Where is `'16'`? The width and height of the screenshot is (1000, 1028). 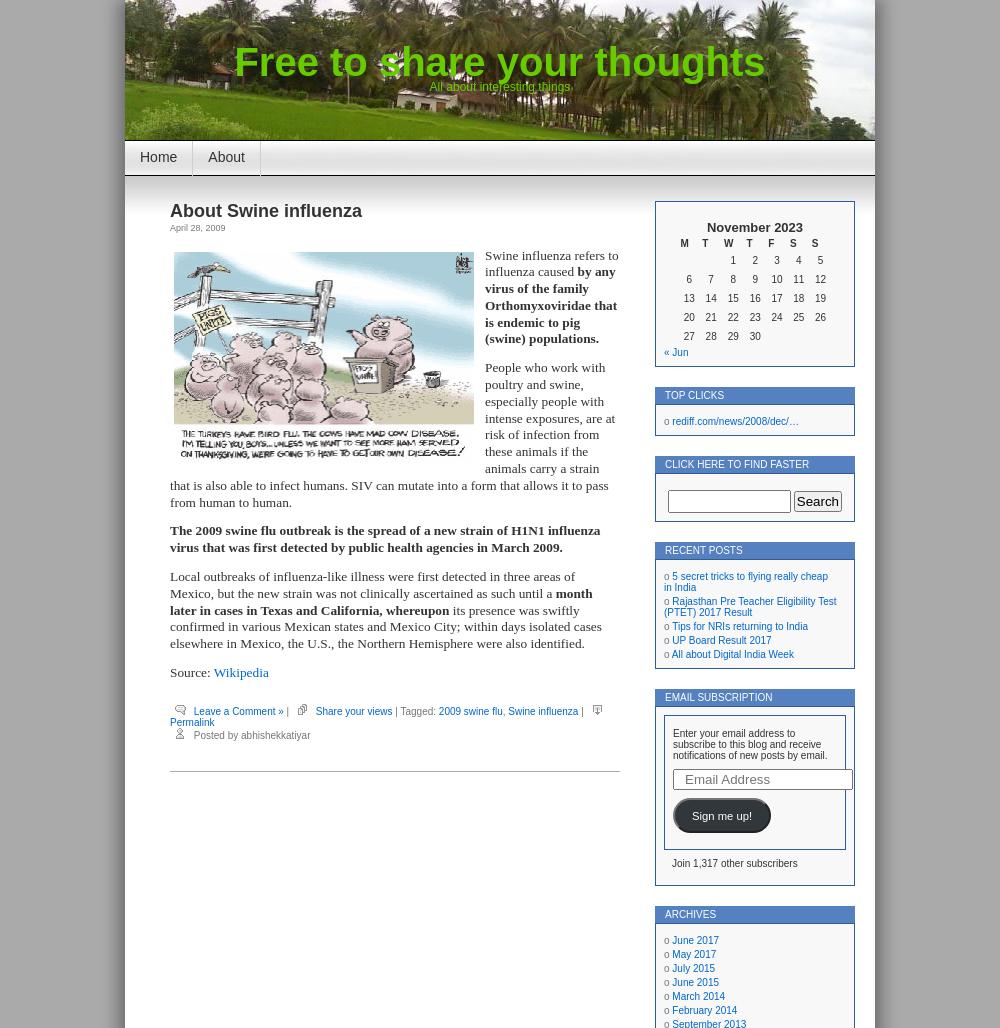
'16' is located at coordinates (748, 298).